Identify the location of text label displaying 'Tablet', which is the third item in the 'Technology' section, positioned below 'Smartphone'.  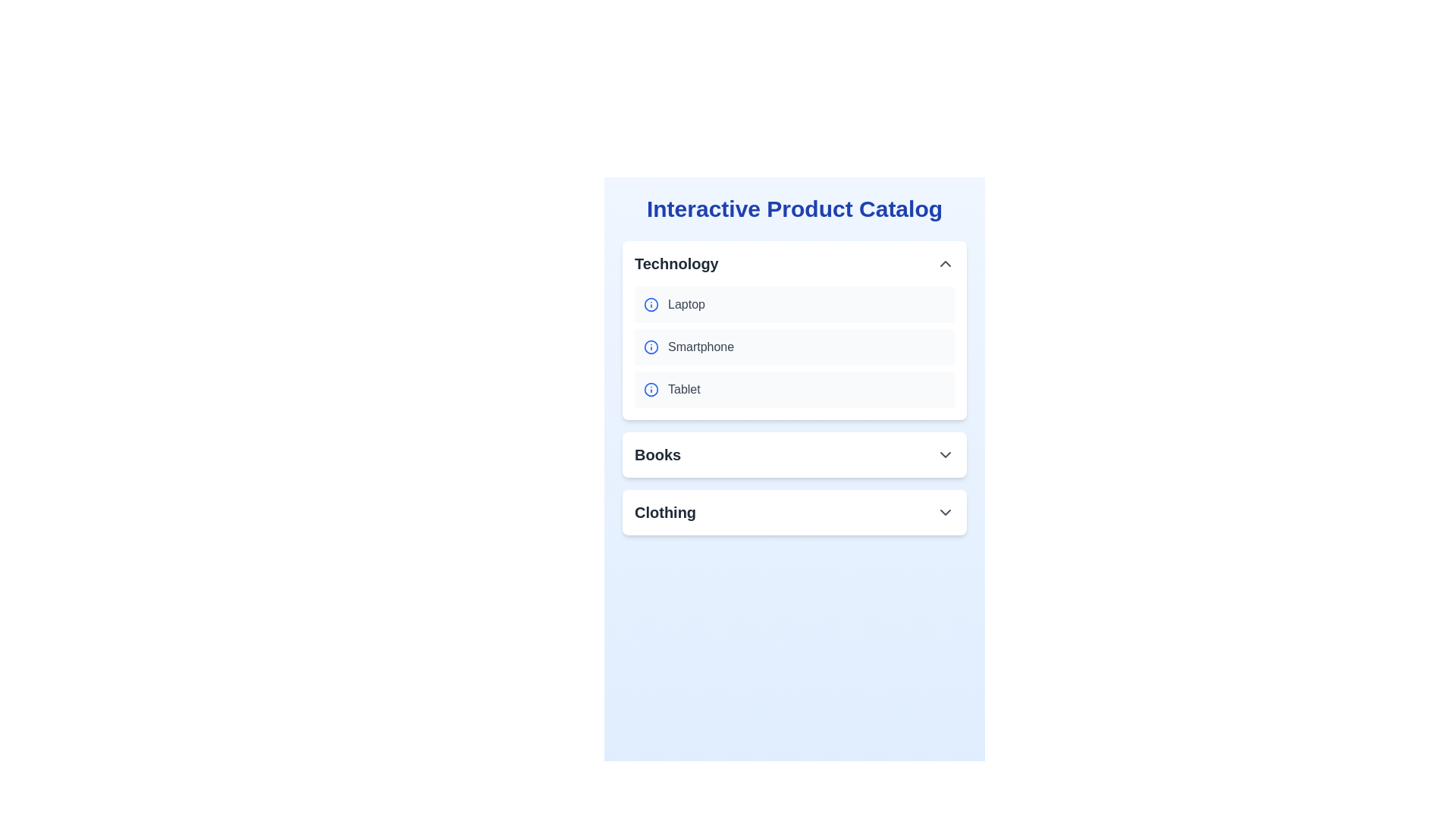
(683, 388).